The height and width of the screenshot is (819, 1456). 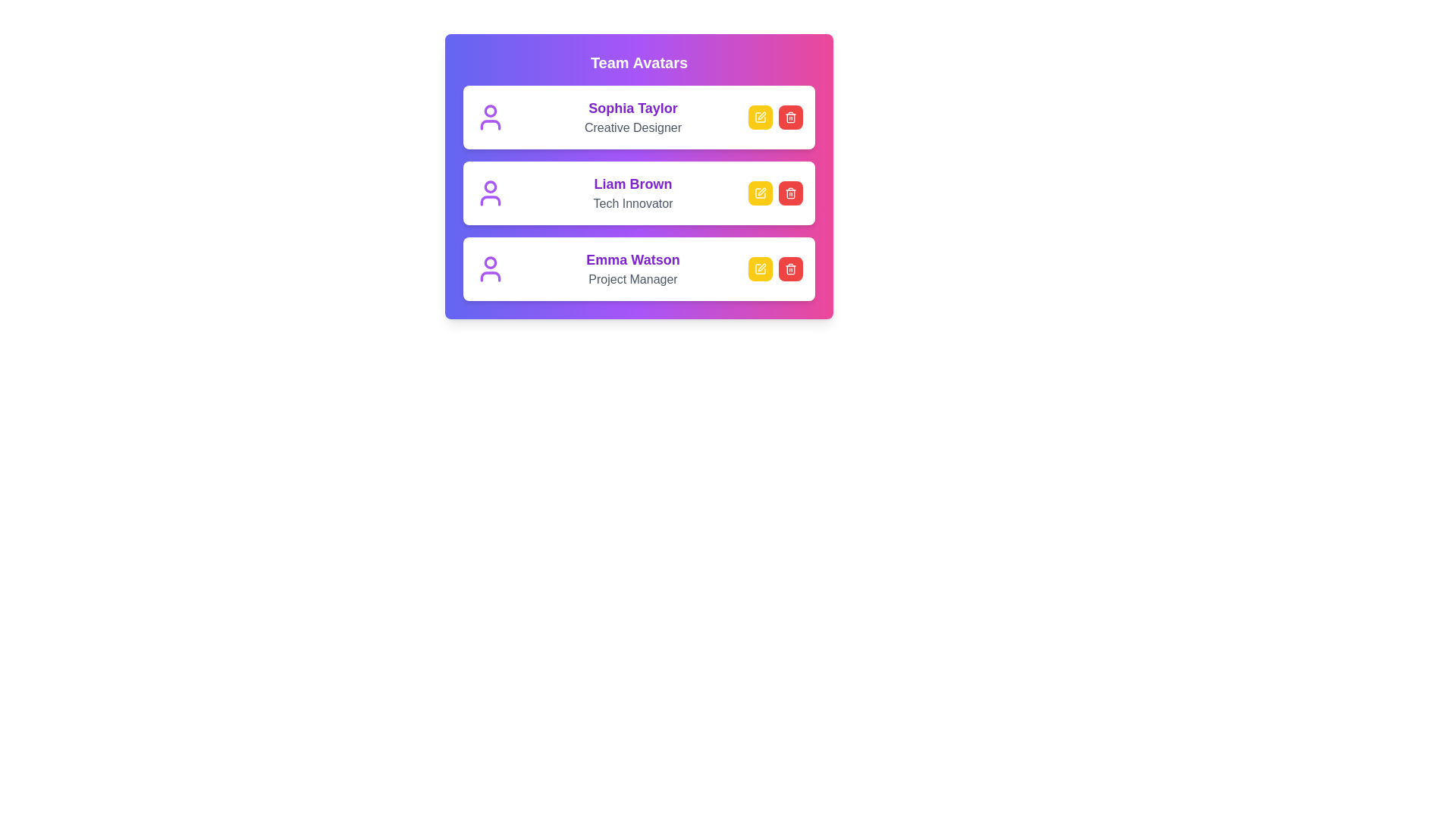 I want to click on the red circular delete button with a trash can icon located on the far right of the second row of user profiles, so click(x=789, y=192).